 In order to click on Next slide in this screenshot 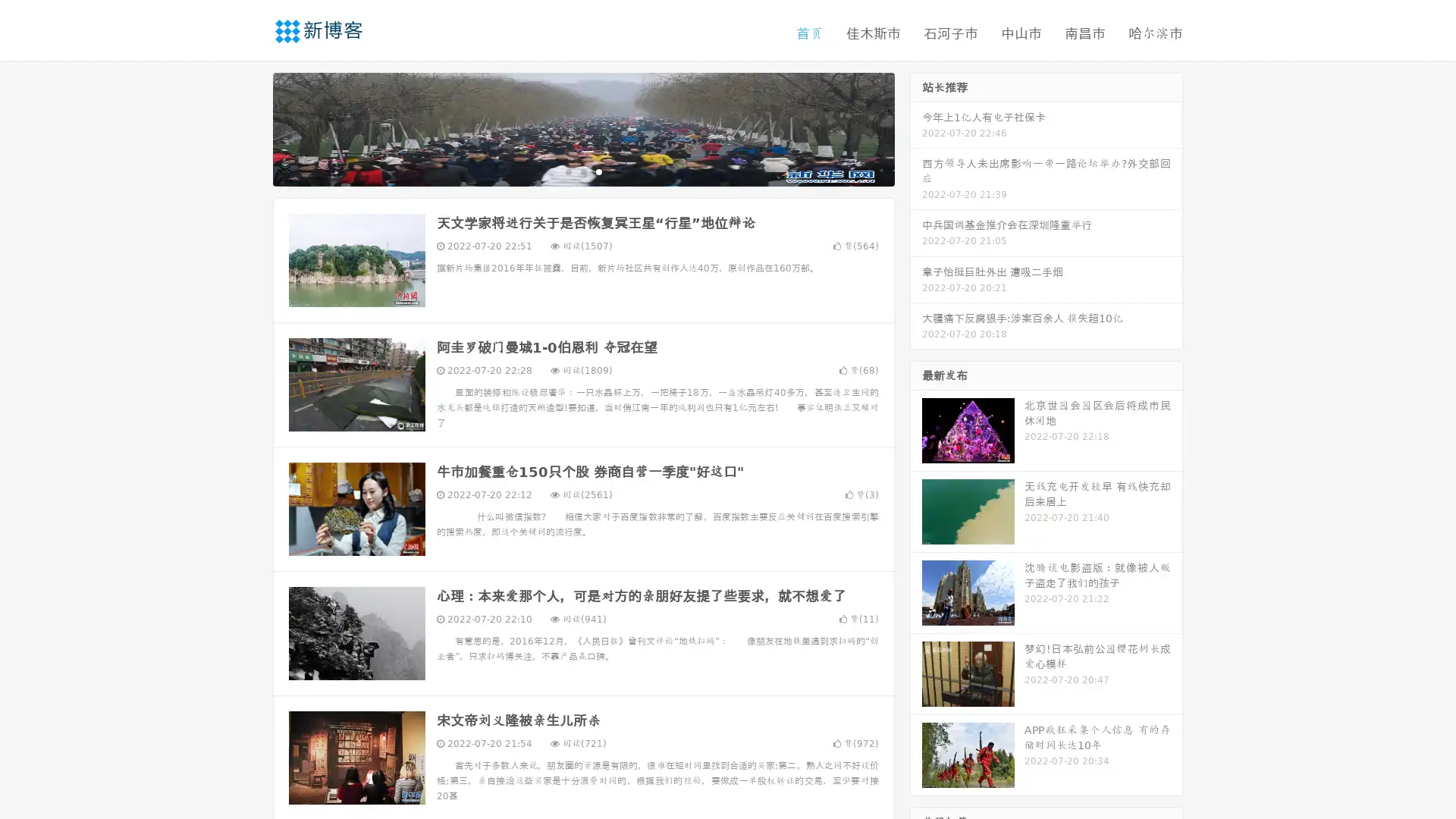, I will do `click(916, 127)`.